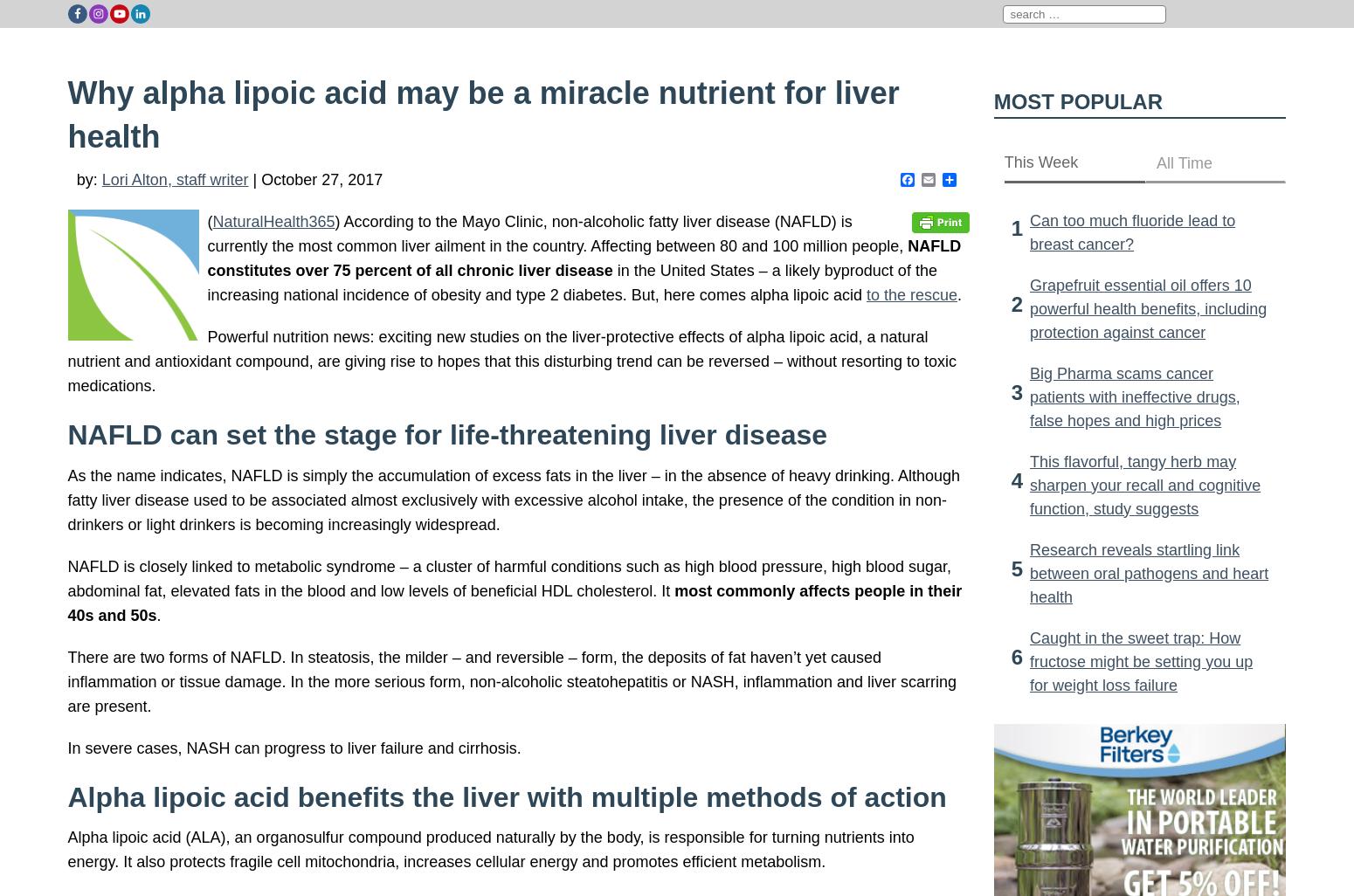 This screenshot has width=1354, height=896. Describe the element at coordinates (1154, 43) in the screenshot. I see `'Podcasts'` at that location.